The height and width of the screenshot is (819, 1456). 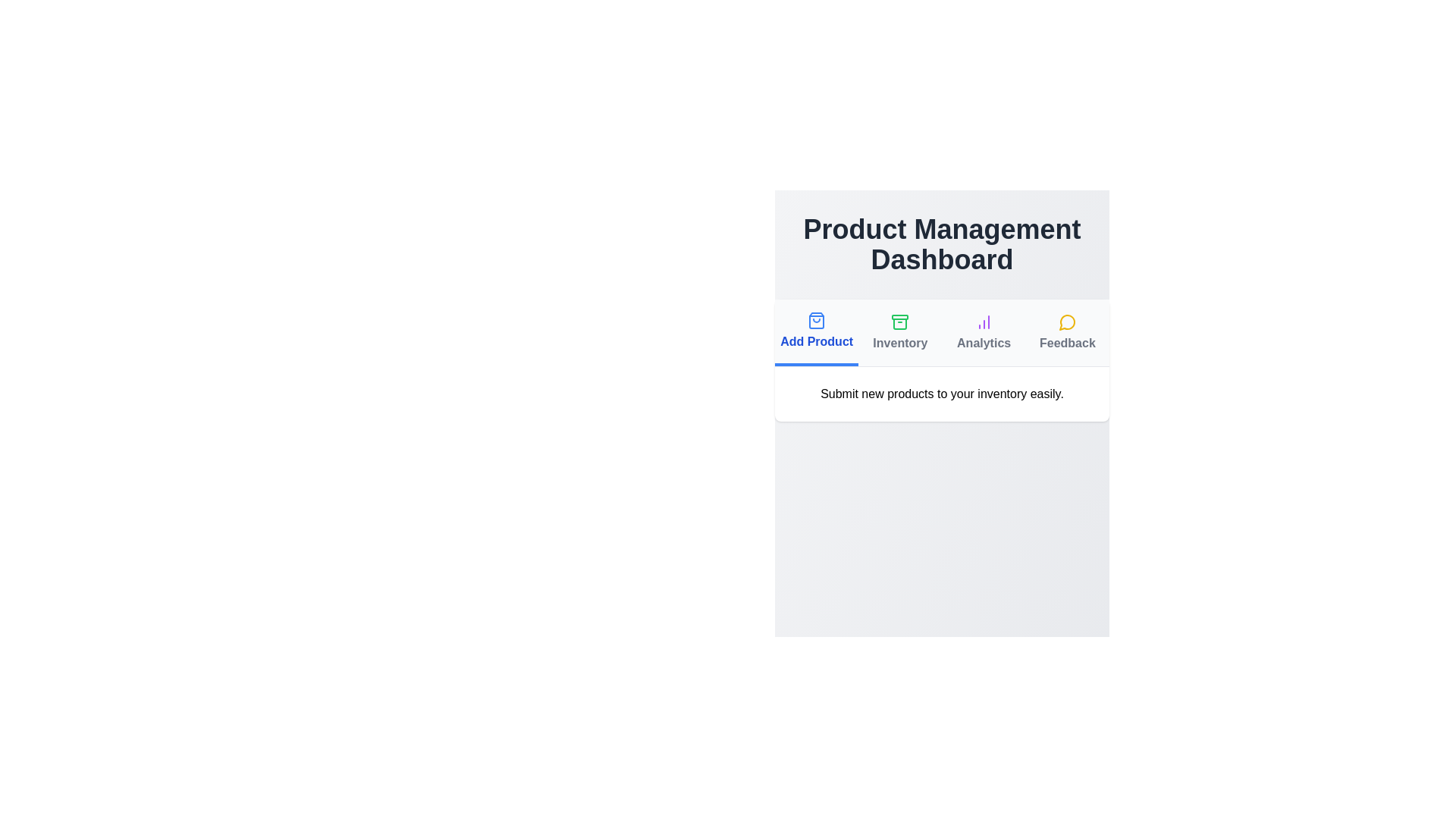 I want to click on the 'Analytics' text label in the Product Management Dashboard toolbar, which is the third item after 'Add Product' and 'Inventory', so click(x=984, y=343).